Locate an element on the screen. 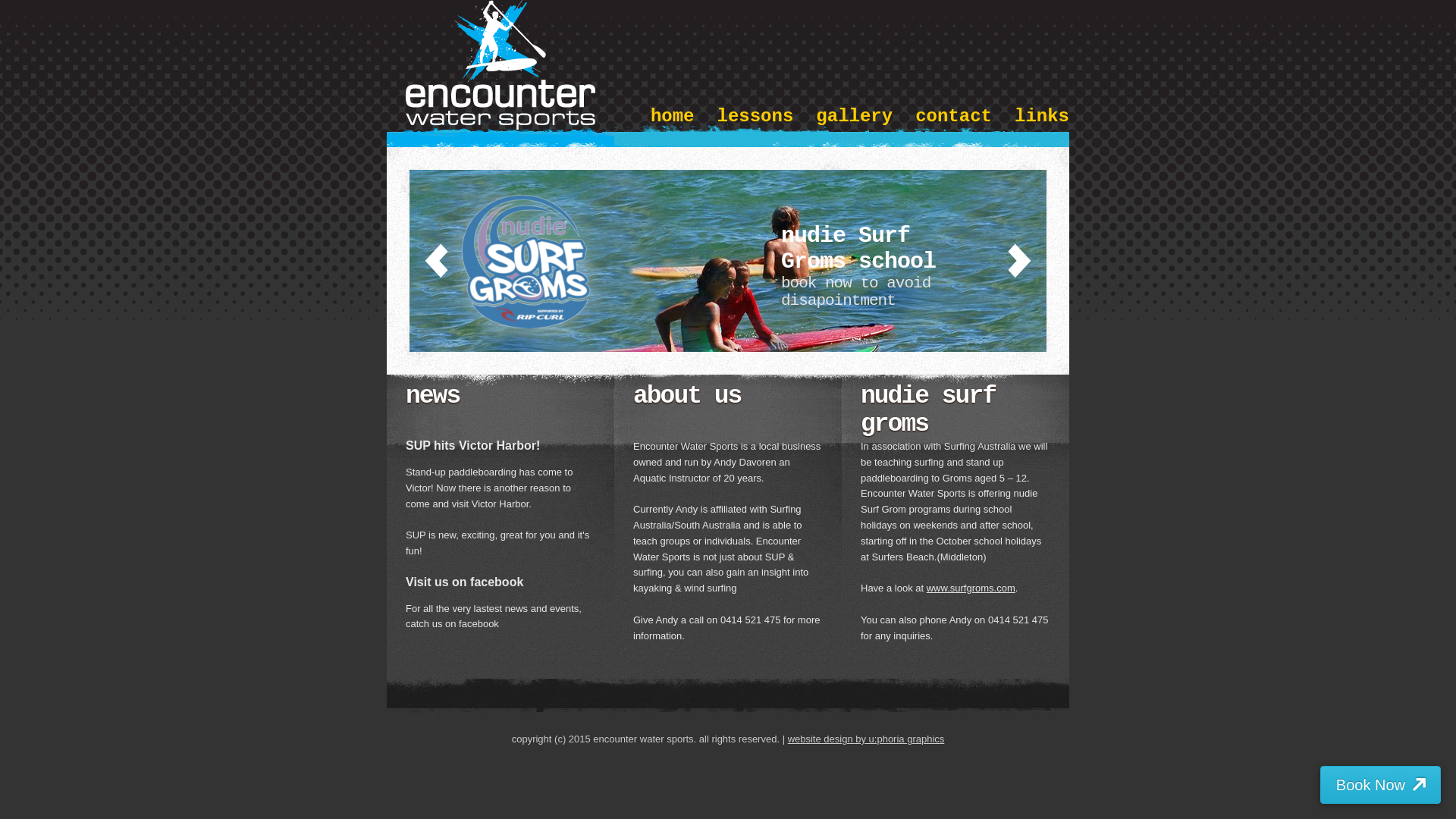 This screenshot has width=1456, height=819. 'Book Now' is located at coordinates (1380, 784).